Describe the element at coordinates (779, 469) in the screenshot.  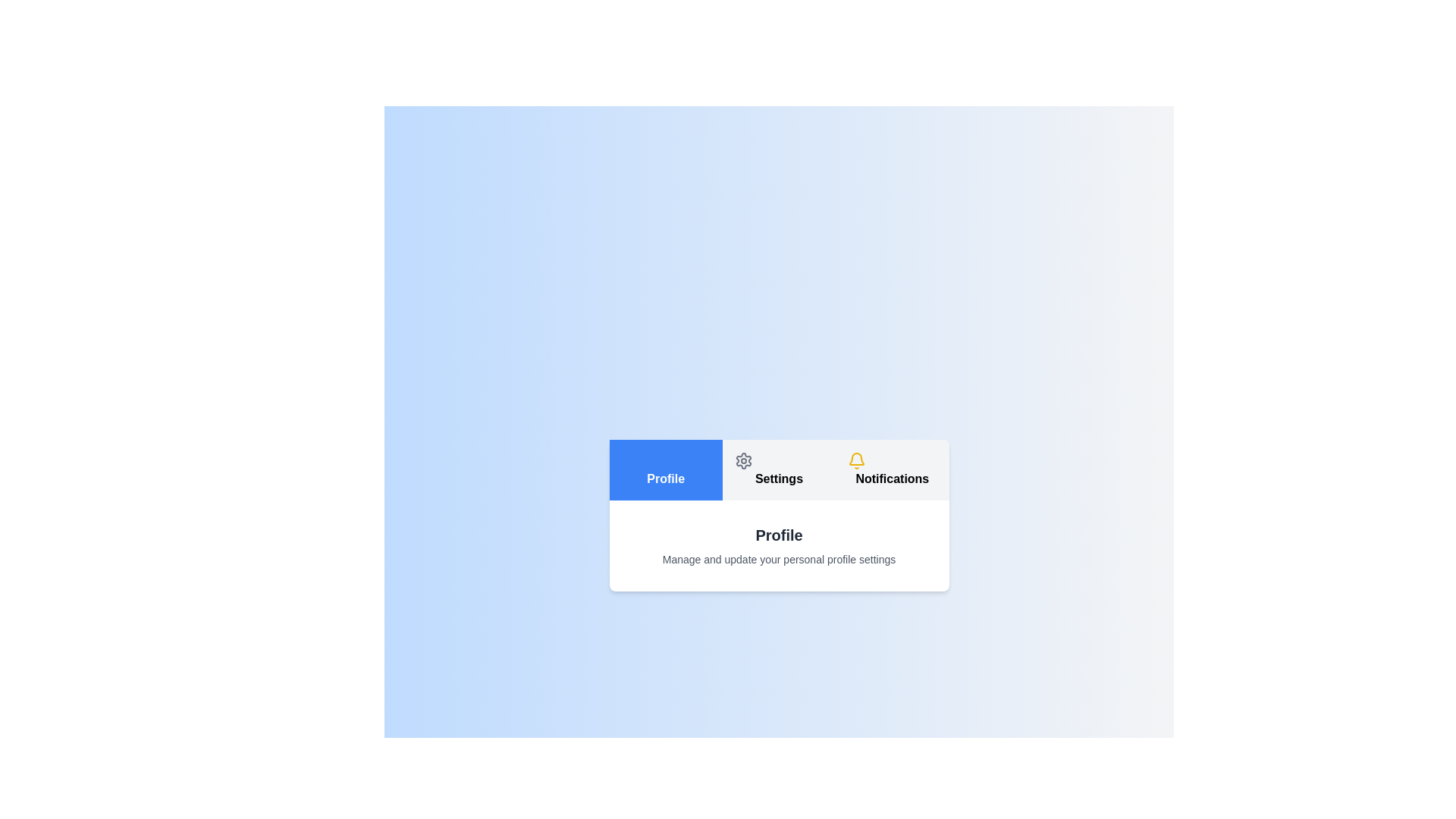
I see `the Settings tab to switch views` at that location.